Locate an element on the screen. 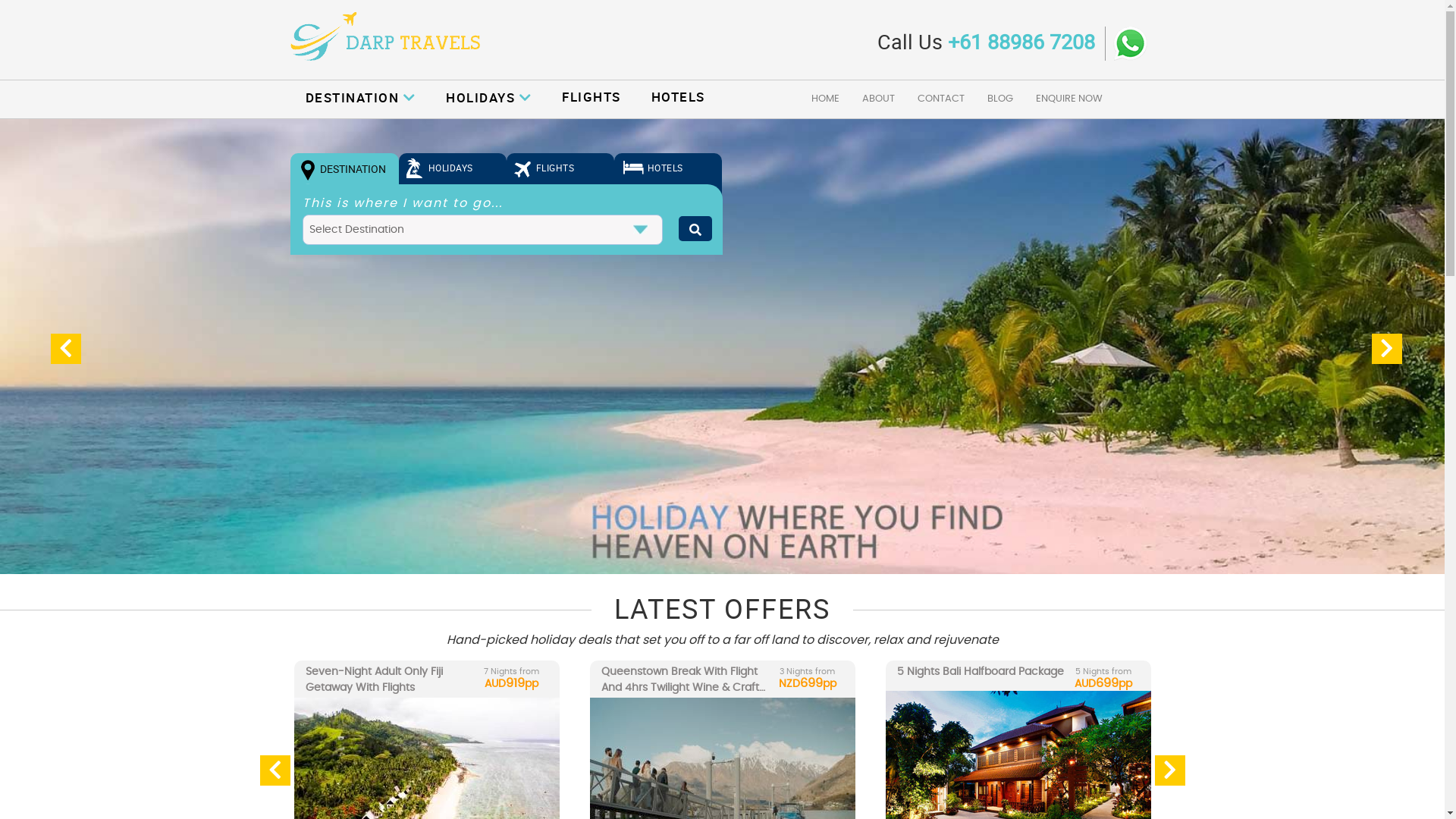 The image size is (1456, 819). 'ENQUIRE NOW' is located at coordinates (1024, 99).